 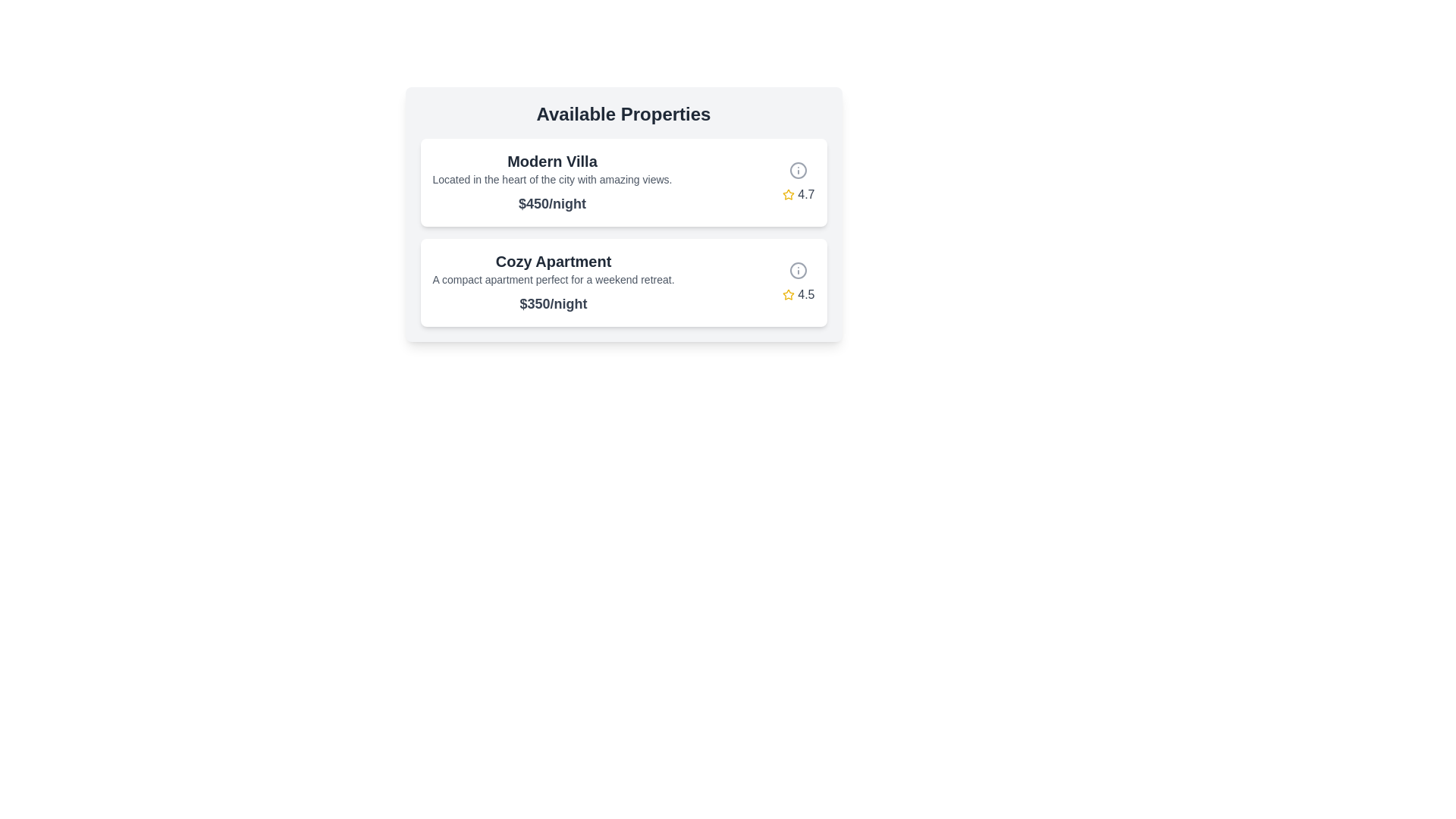 What do you see at coordinates (551, 203) in the screenshot?
I see `nightly price text of the 'Modern Villa' property listing, located below the title and description within its card layout` at bounding box center [551, 203].